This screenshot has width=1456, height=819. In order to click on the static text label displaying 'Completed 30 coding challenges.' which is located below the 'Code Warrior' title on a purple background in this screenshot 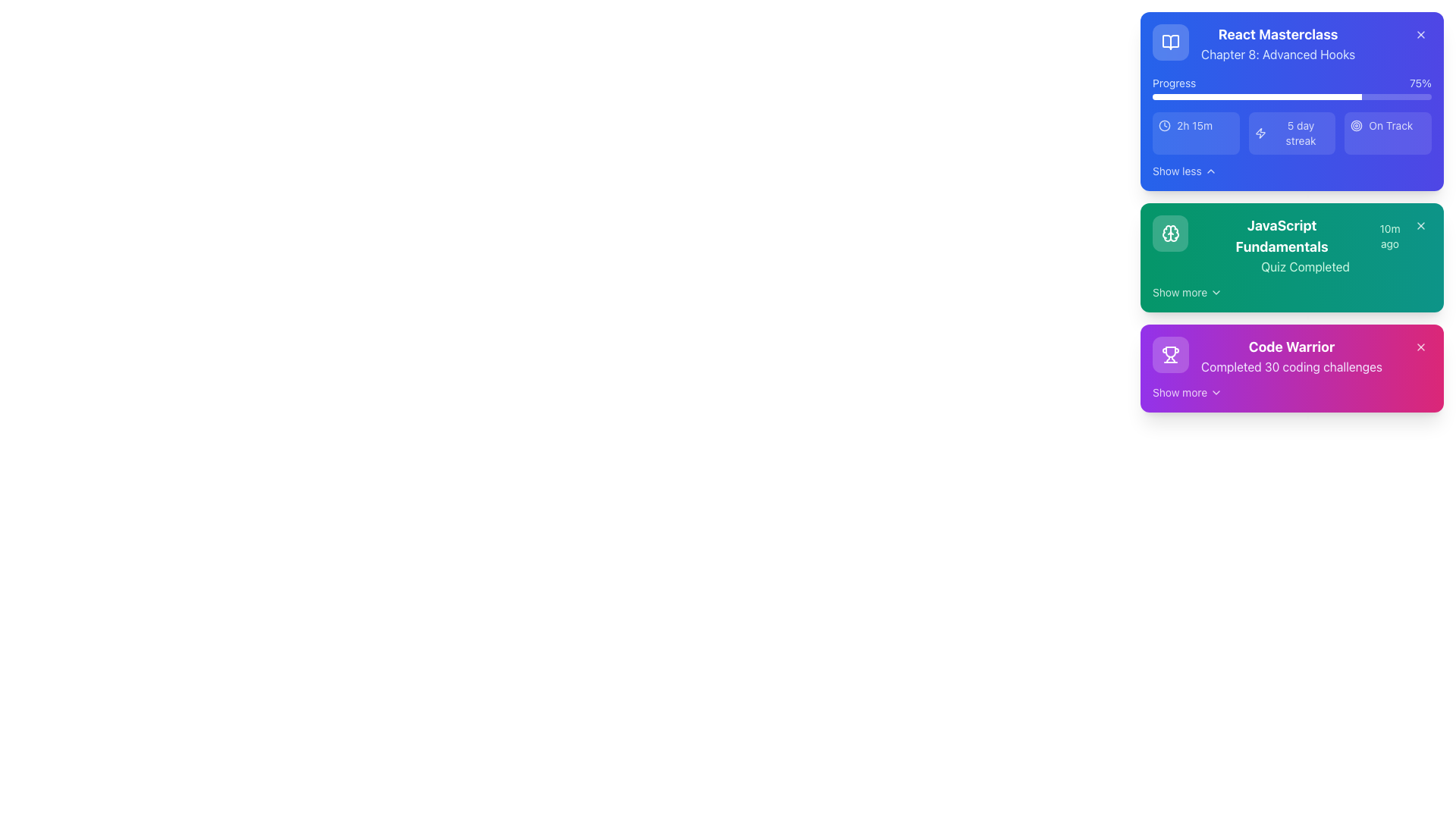, I will do `click(1291, 366)`.